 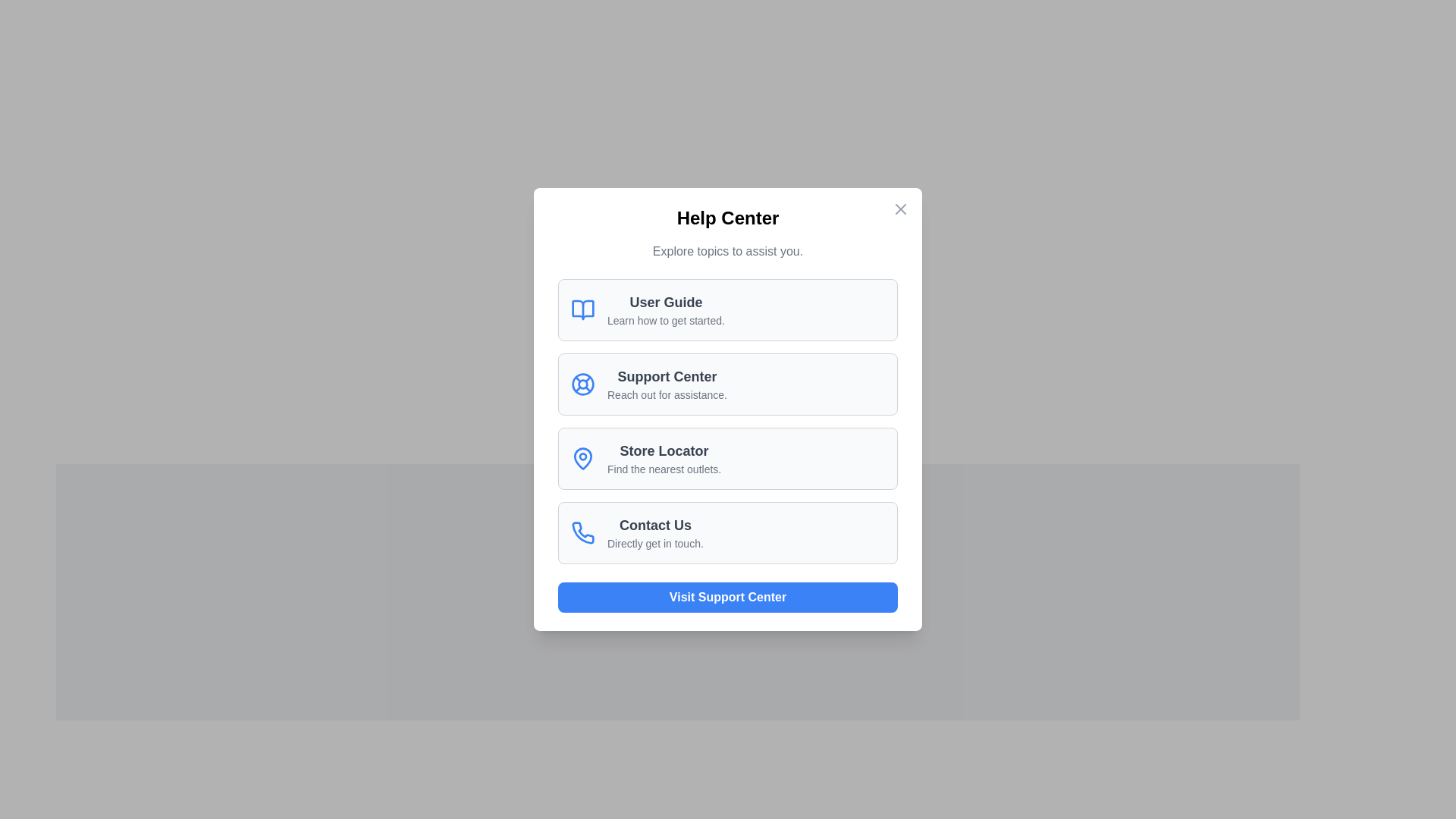 What do you see at coordinates (901, 209) in the screenshot?
I see `the Close Button located in the top-right corner of the Help Center dialog to change its color` at bounding box center [901, 209].